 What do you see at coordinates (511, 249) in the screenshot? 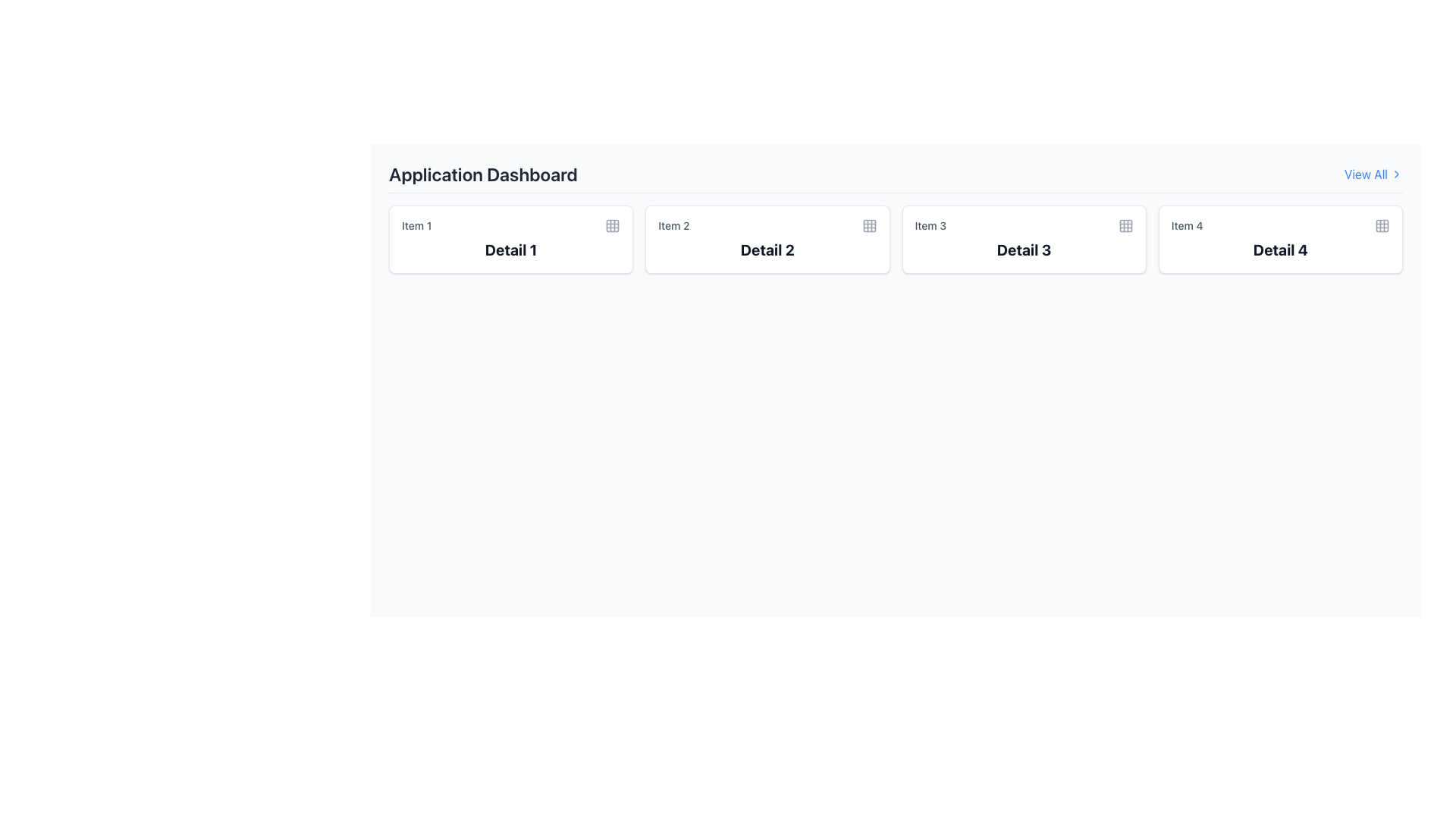
I see `the text label displaying 'Detail 1' which is prominently styled in bold black font, located below the header 'Item 1' in the first card element` at bounding box center [511, 249].